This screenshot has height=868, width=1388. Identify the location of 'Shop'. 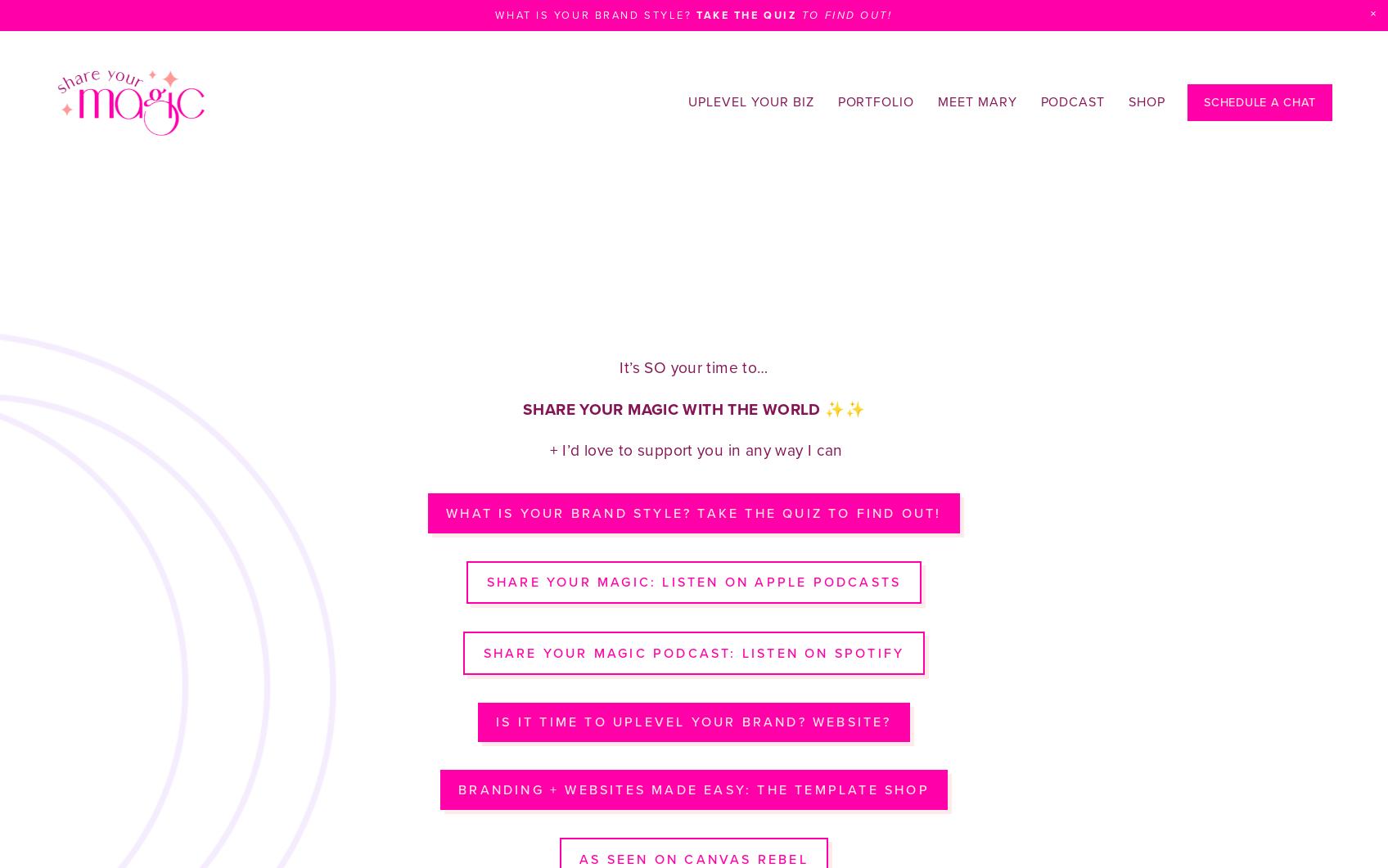
(1146, 101).